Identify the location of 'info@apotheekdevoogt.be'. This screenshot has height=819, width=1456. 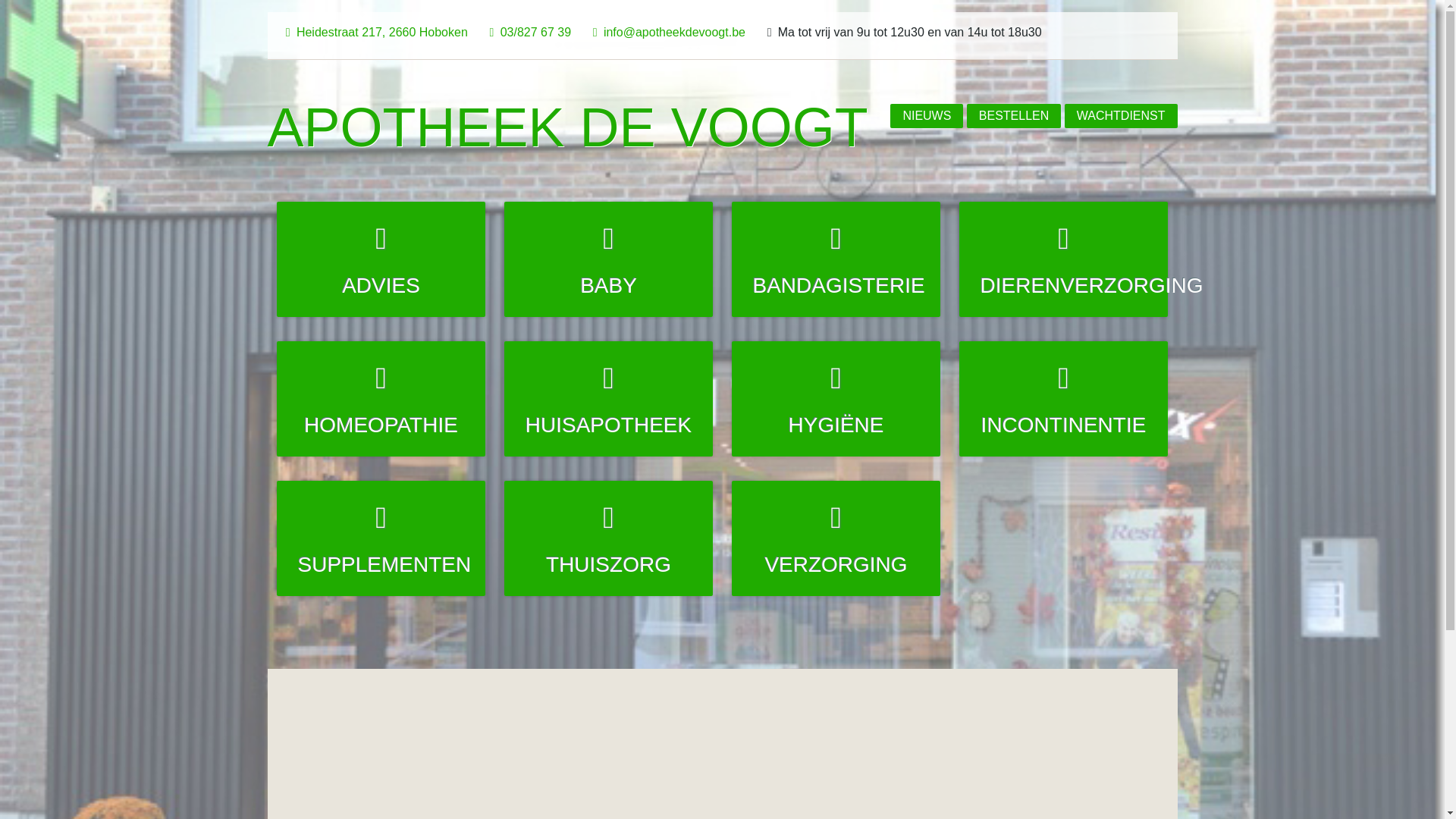
(666, 32).